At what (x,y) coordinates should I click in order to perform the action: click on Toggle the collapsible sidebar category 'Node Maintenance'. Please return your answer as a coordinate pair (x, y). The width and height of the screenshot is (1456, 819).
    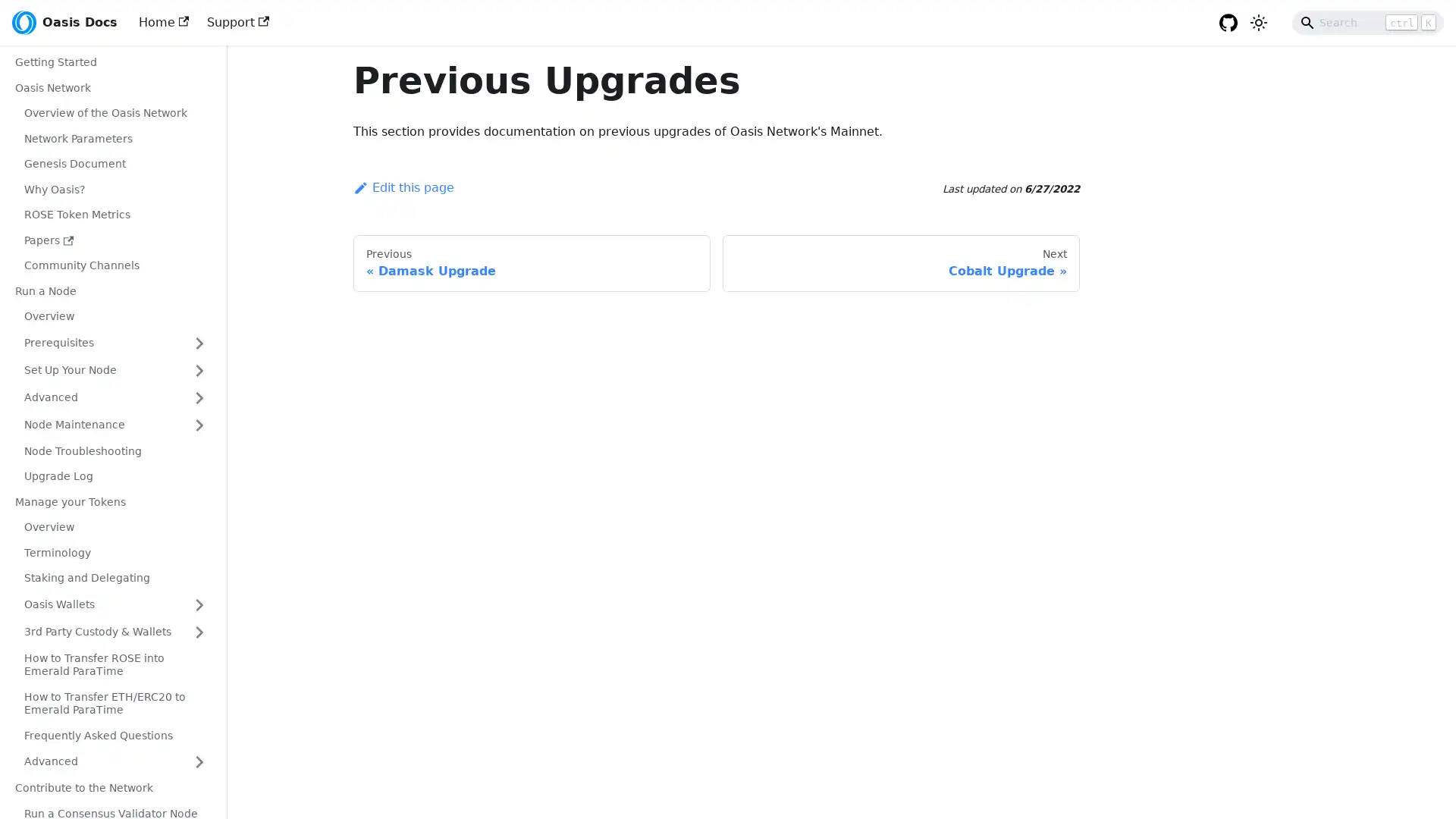
    Looking at the image, I should click on (199, 424).